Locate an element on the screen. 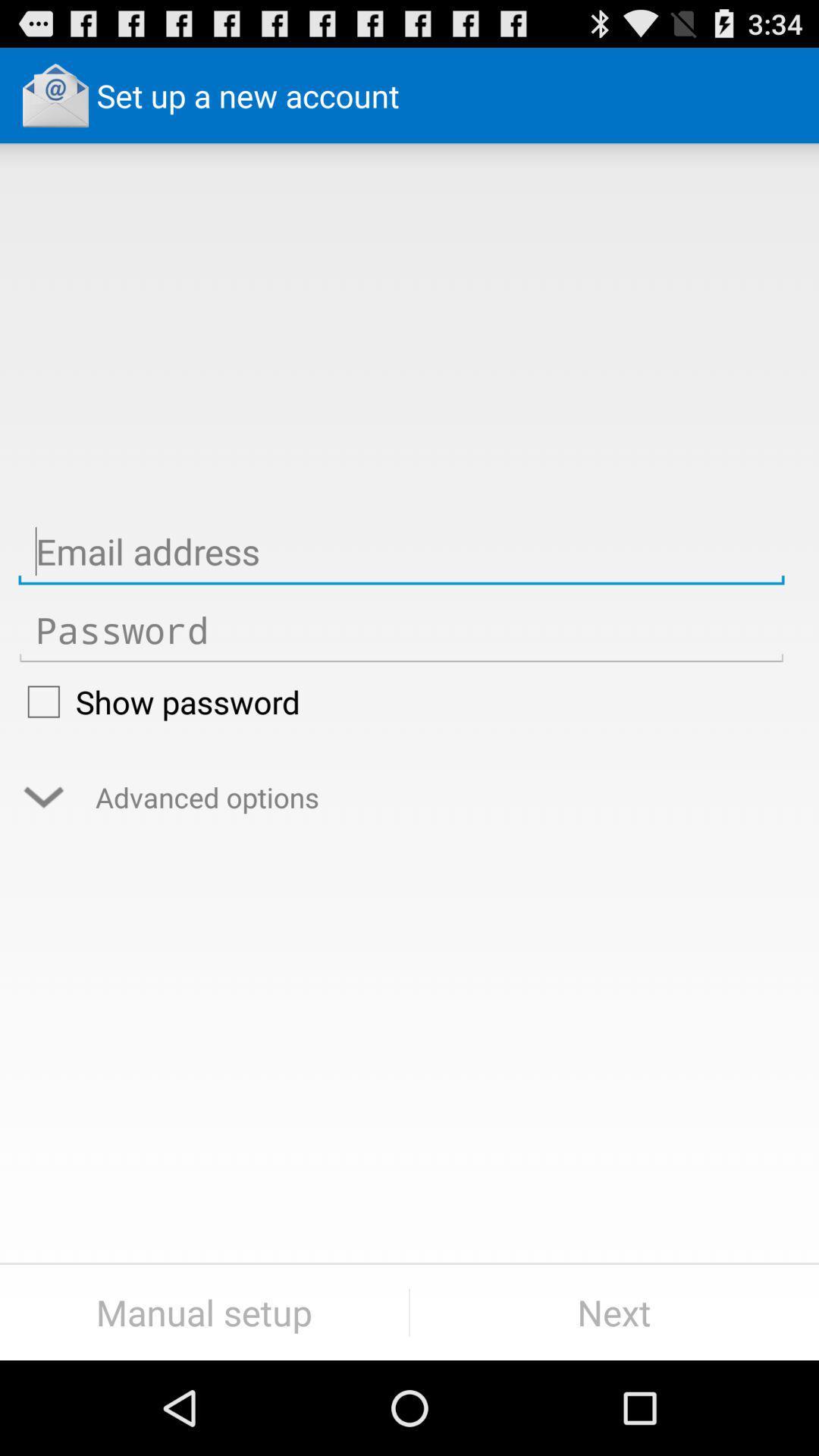 Image resolution: width=819 pixels, height=1456 pixels. show password icon is located at coordinates (400, 701).